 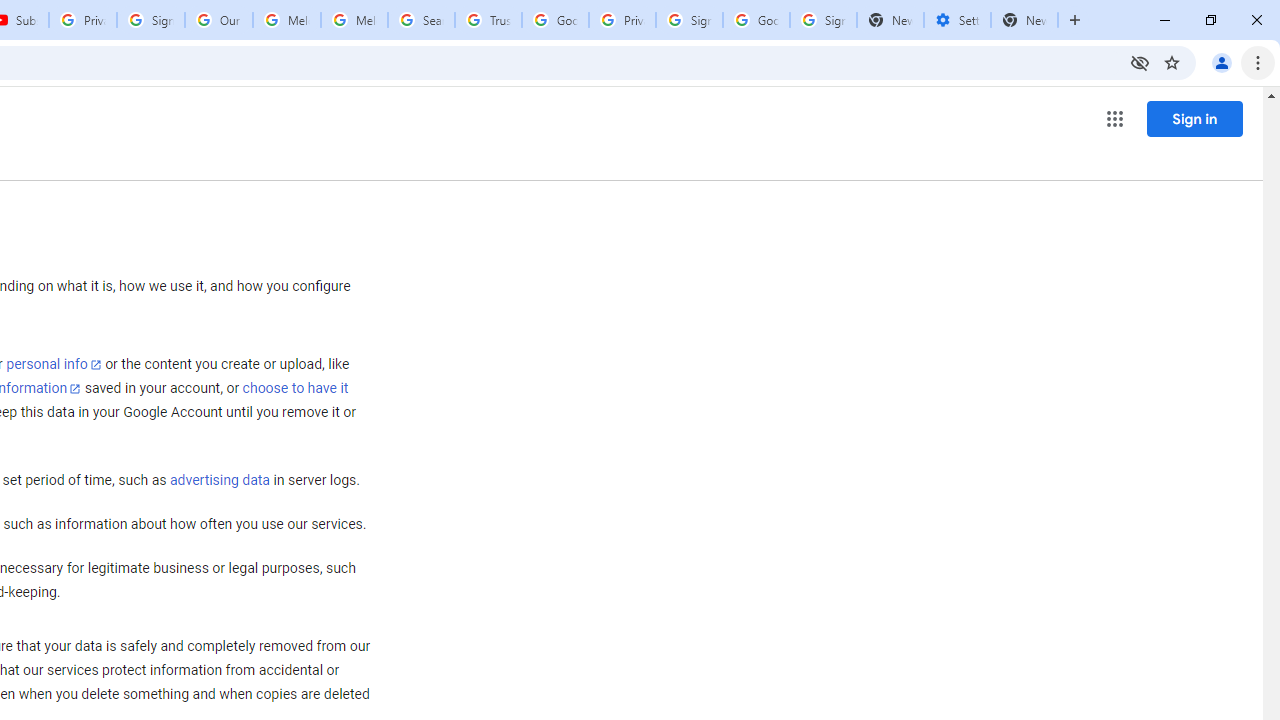 What do you see at coordinates (1194, 118) in the screenshot?
I see `'Sign in'` at bounding box center [1194, 118].